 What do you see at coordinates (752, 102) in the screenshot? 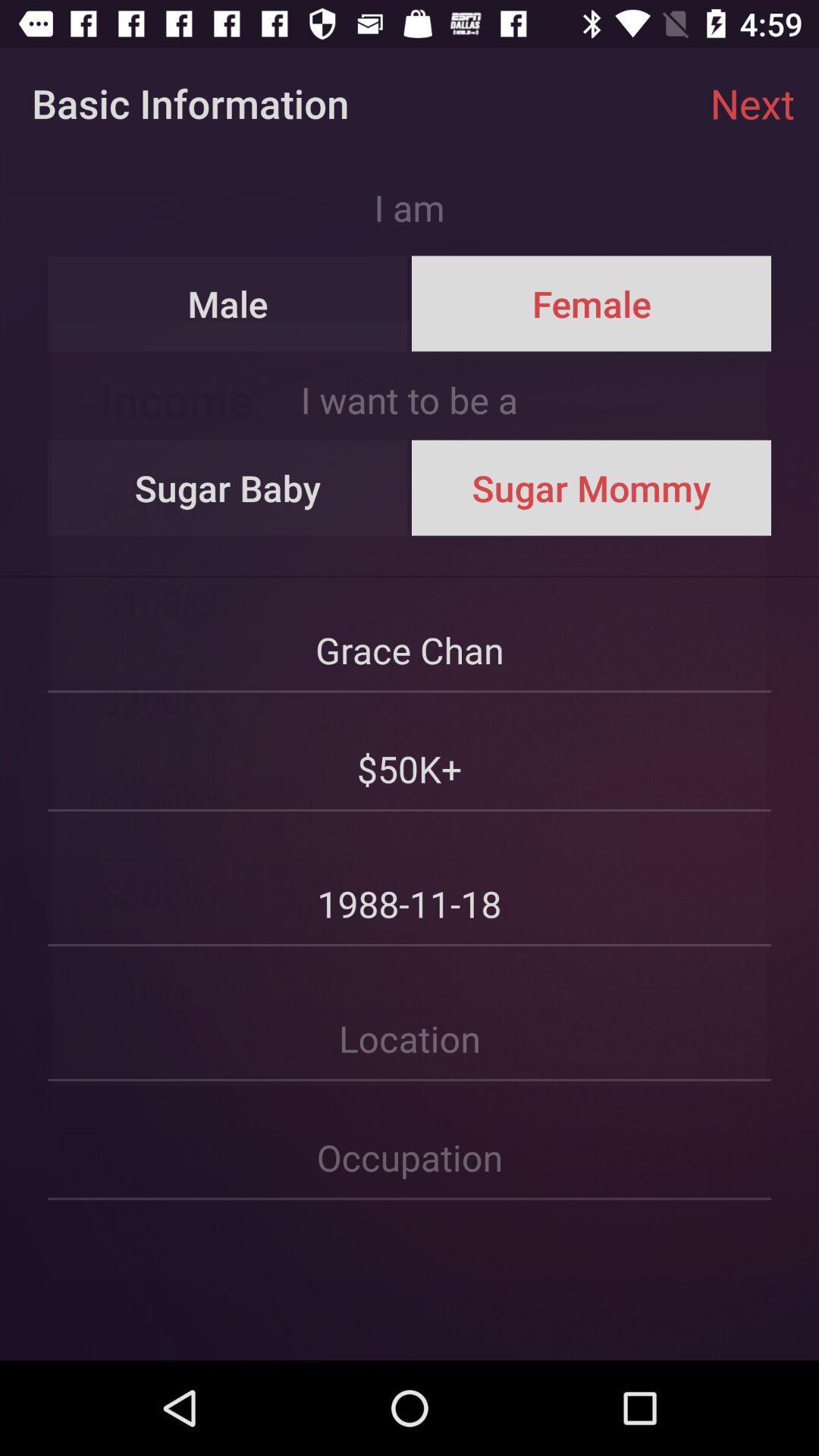
I see `next icon` at bounding box center [752, 102].